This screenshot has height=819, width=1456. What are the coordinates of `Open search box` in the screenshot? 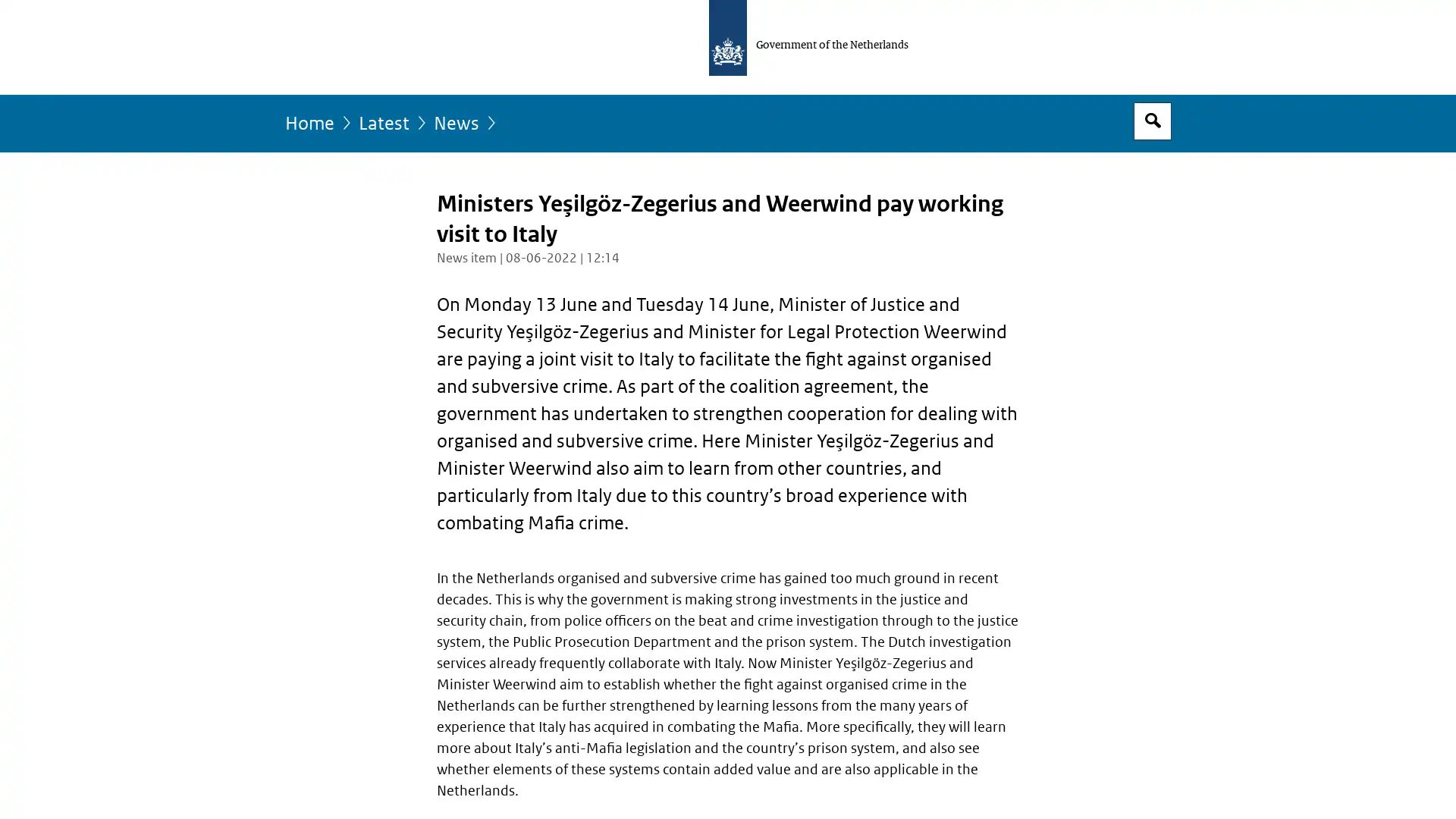 It's located at (1153, 120).